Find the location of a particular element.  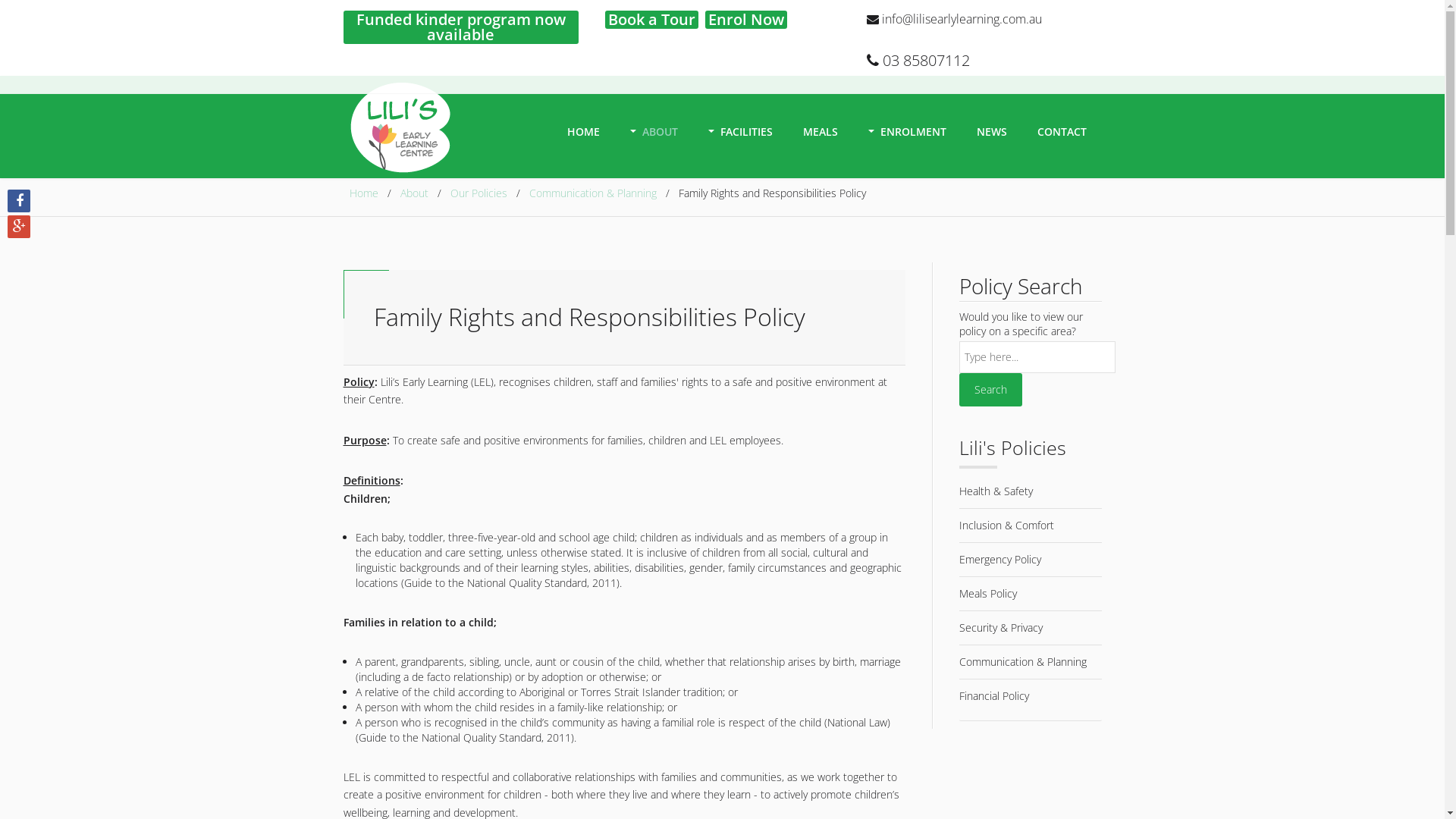

'Communication & Planning' is located at coordinates (959, 661).